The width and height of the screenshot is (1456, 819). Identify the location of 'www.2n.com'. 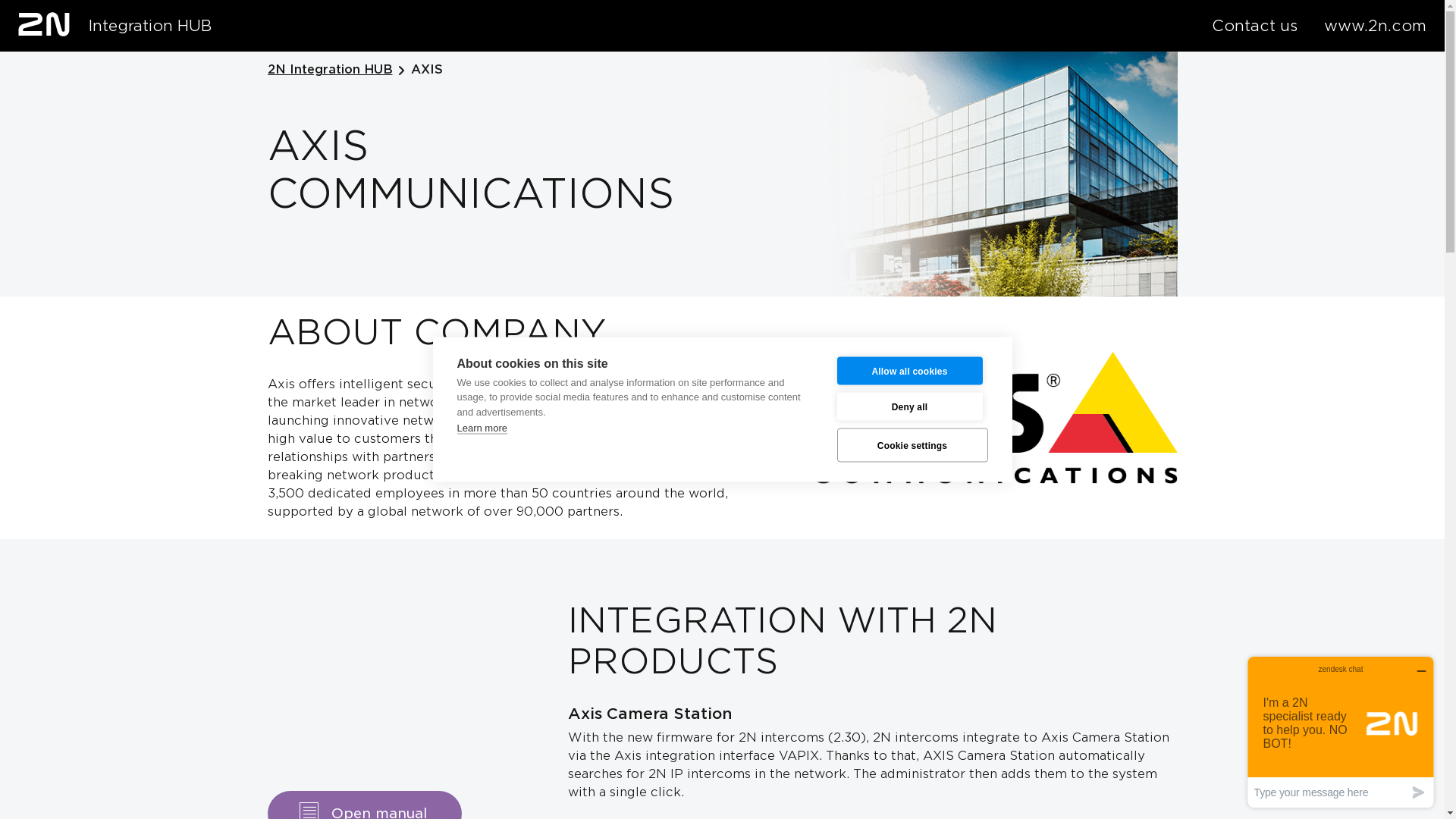
(1375, 26).